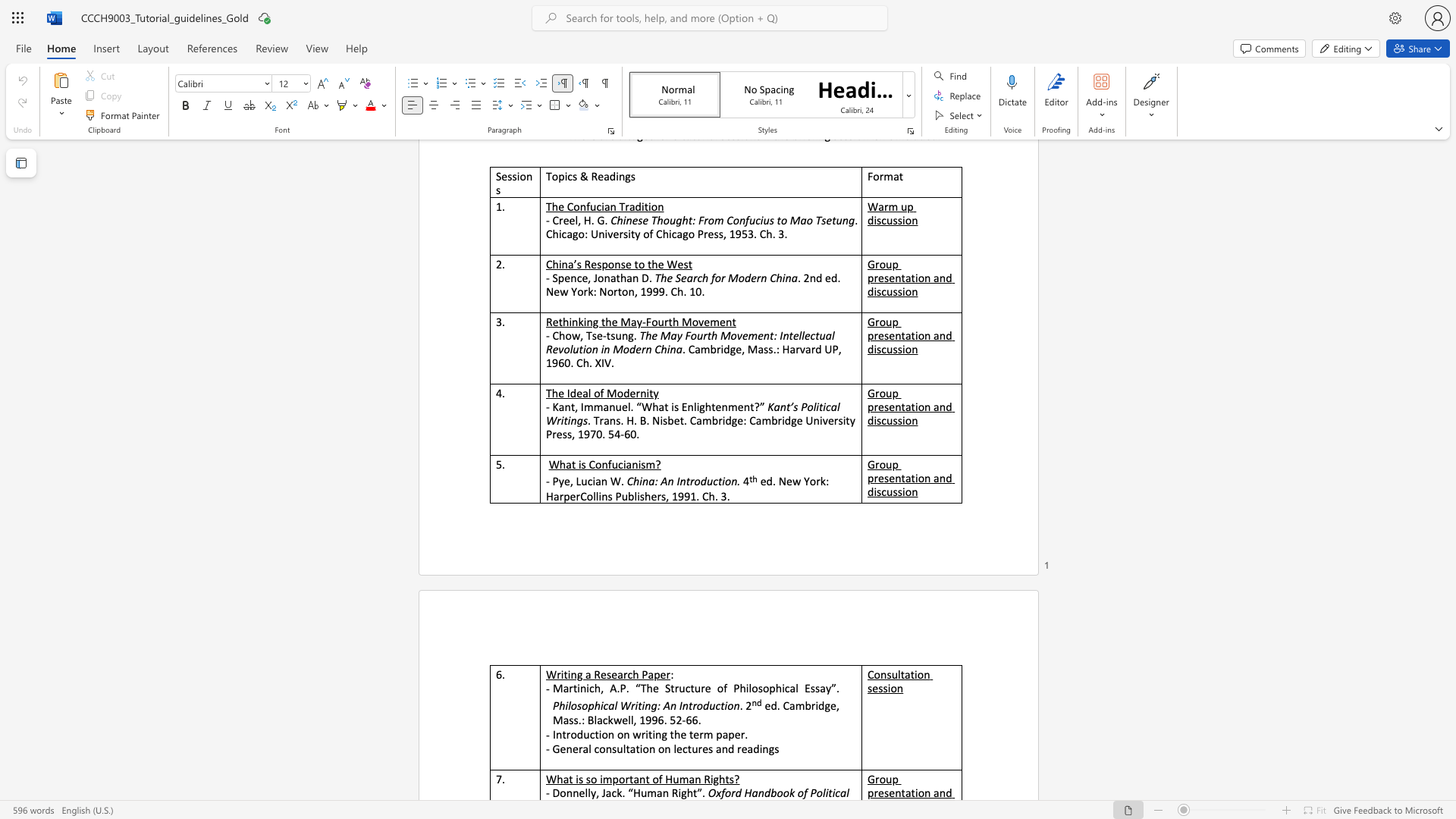 This screenshot has height=819, width=1456. What do you see at coordinates (657, 792) in the screenshot?
I see `the subset text "an Righ" within the text "- Donnelly, Jack. “Human Right”."` at bounding box center [657, 792].